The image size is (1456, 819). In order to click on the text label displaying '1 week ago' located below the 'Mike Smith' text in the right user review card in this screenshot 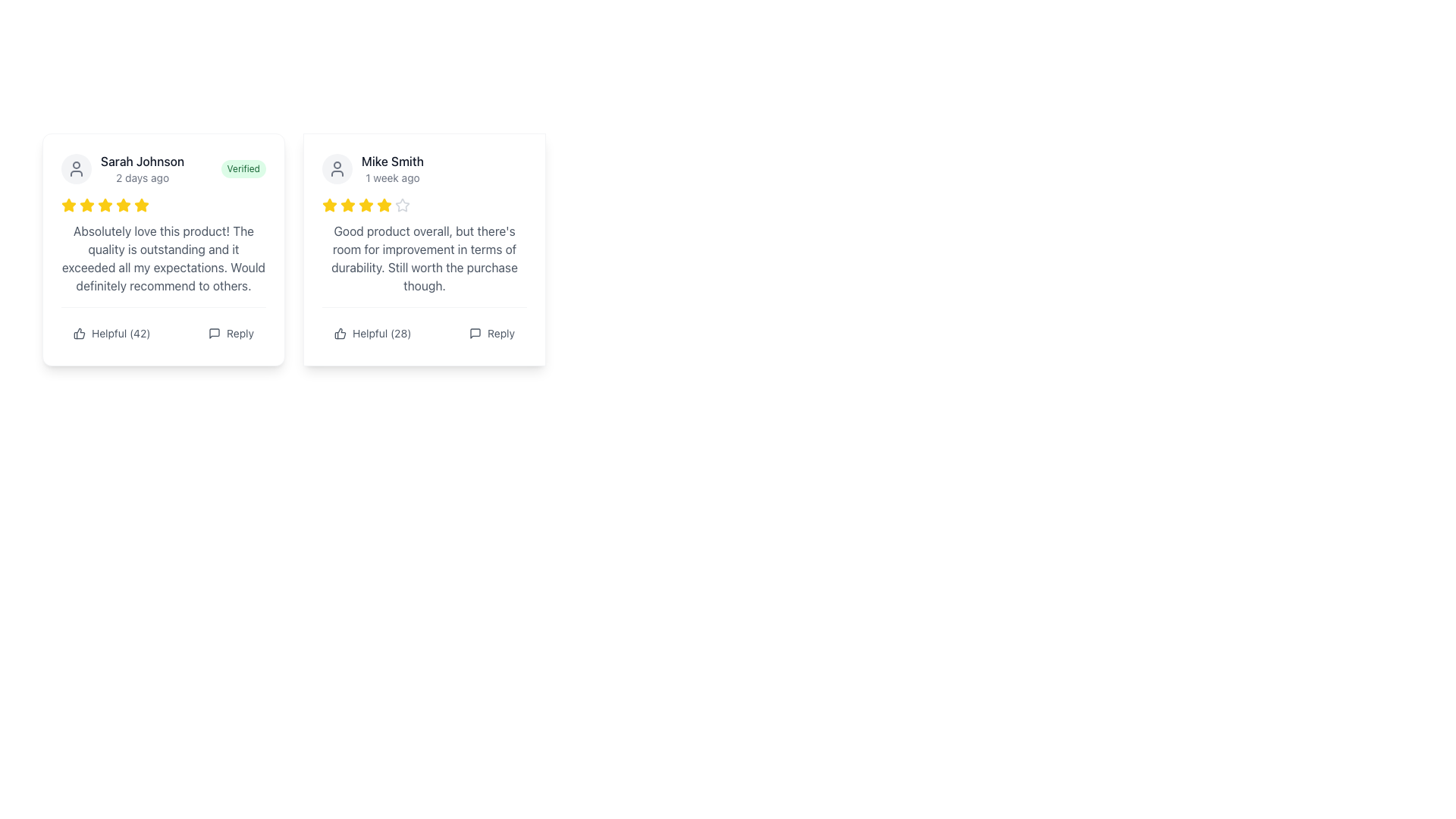, I will do `click(393, 177)`.